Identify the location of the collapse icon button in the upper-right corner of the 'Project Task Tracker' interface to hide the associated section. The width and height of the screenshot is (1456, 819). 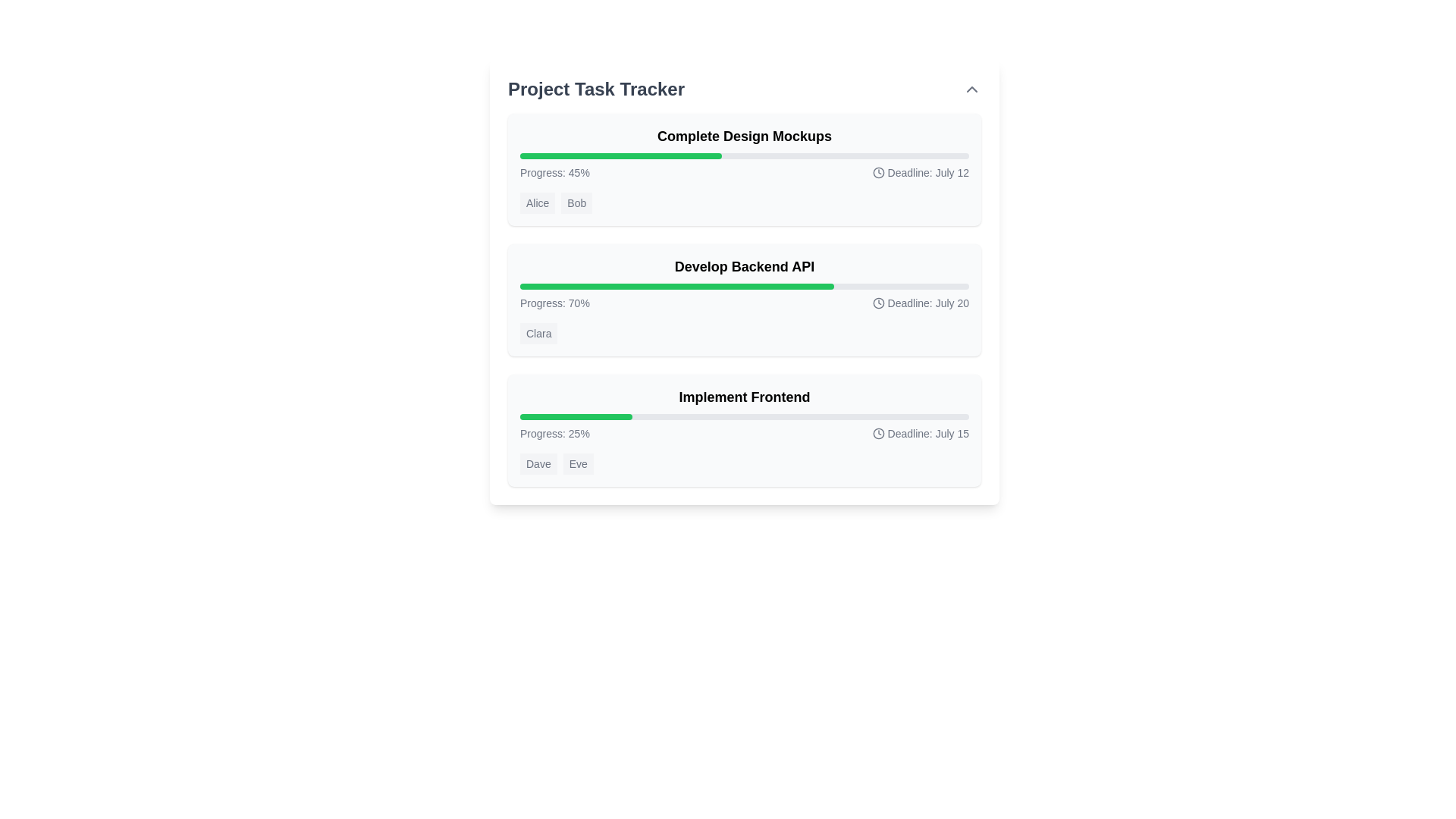
(971, 89).